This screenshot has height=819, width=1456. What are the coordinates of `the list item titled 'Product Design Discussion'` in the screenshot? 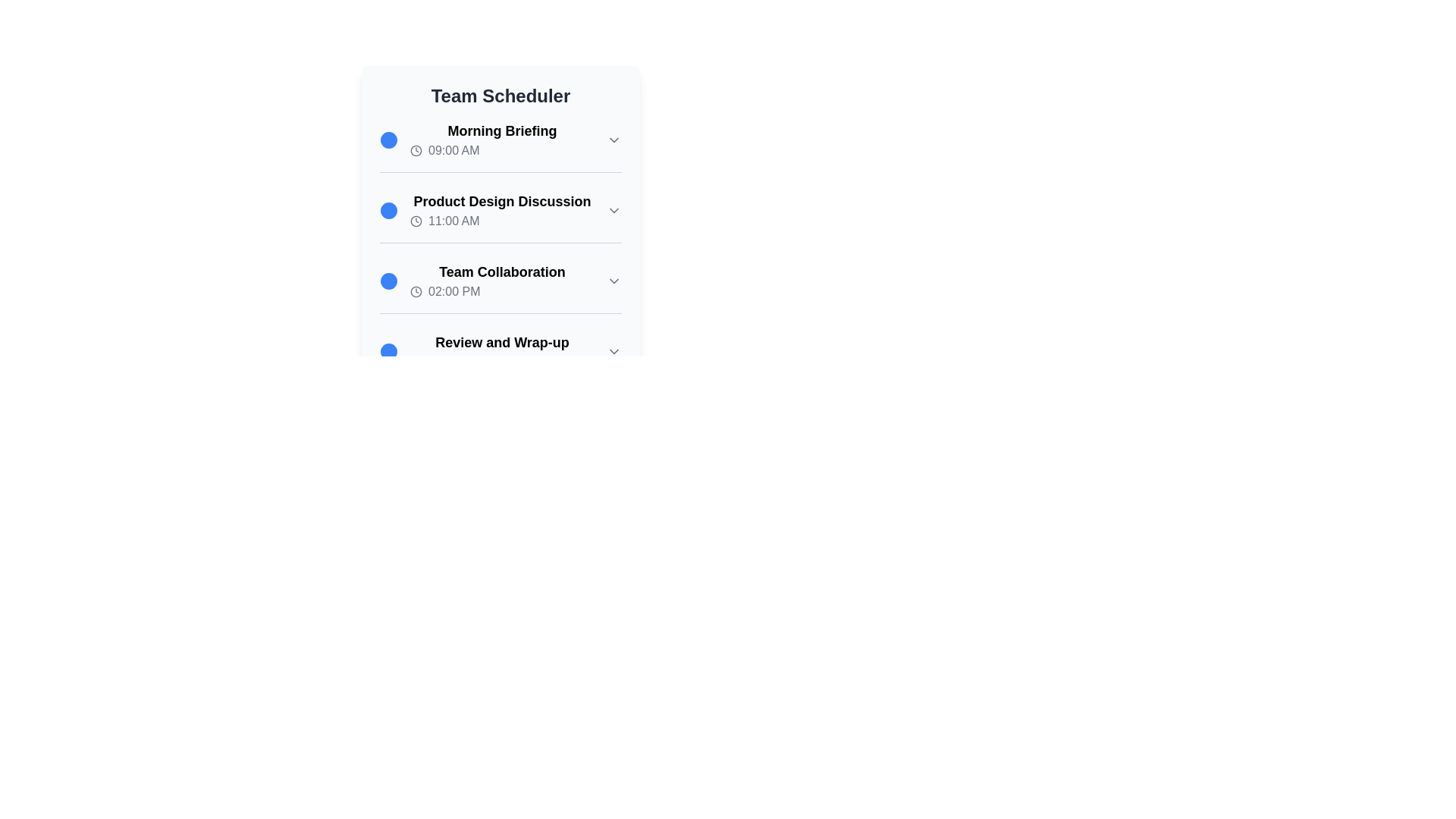 It's located at (502, 210).